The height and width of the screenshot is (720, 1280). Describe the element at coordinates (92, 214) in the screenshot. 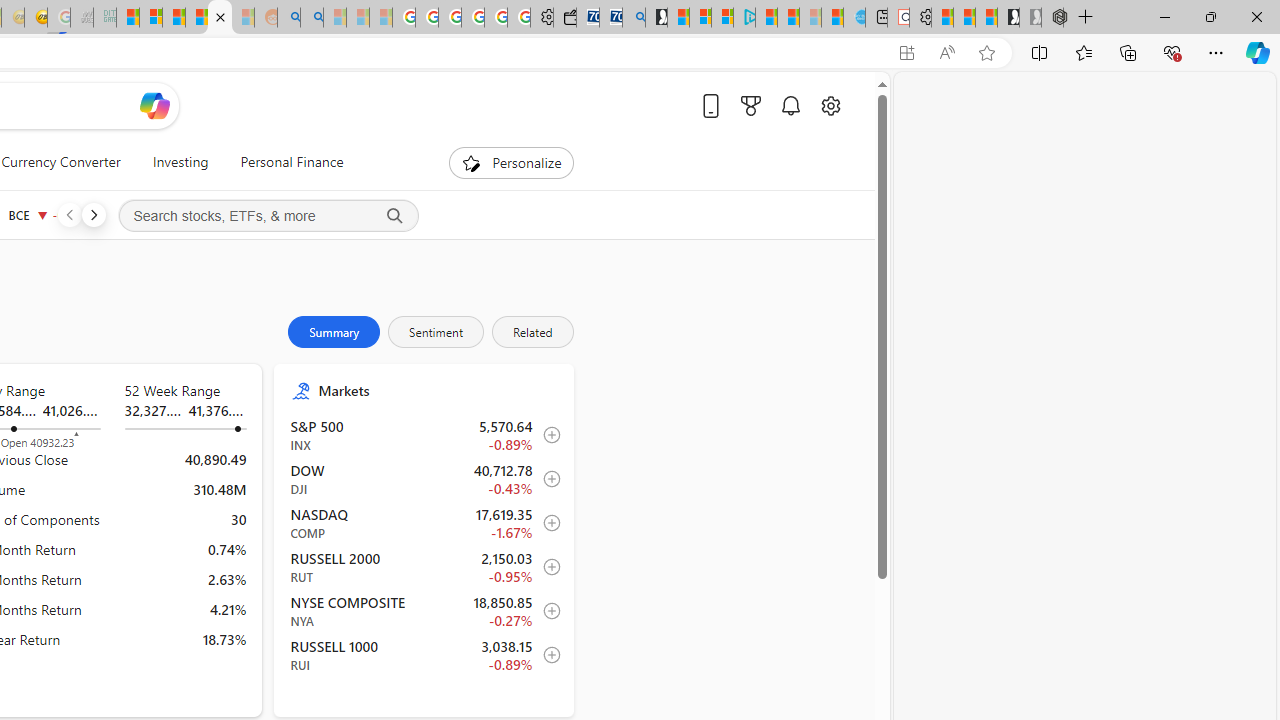

I see `'Next'` at that location.